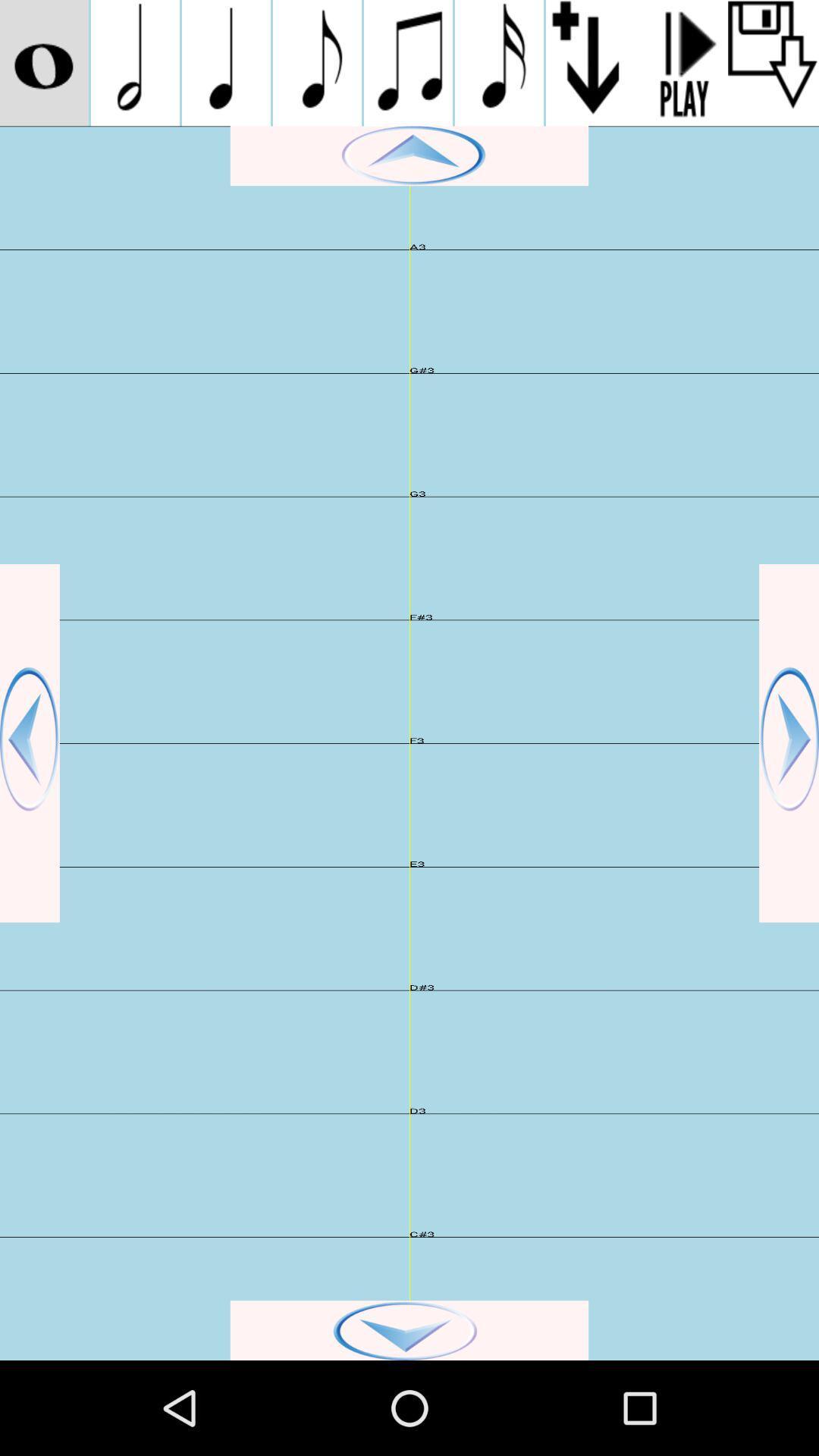  What do you see at coordinates (681, 62) in the screenshot?
I see `and pause button` at bounding box center [681, 62].